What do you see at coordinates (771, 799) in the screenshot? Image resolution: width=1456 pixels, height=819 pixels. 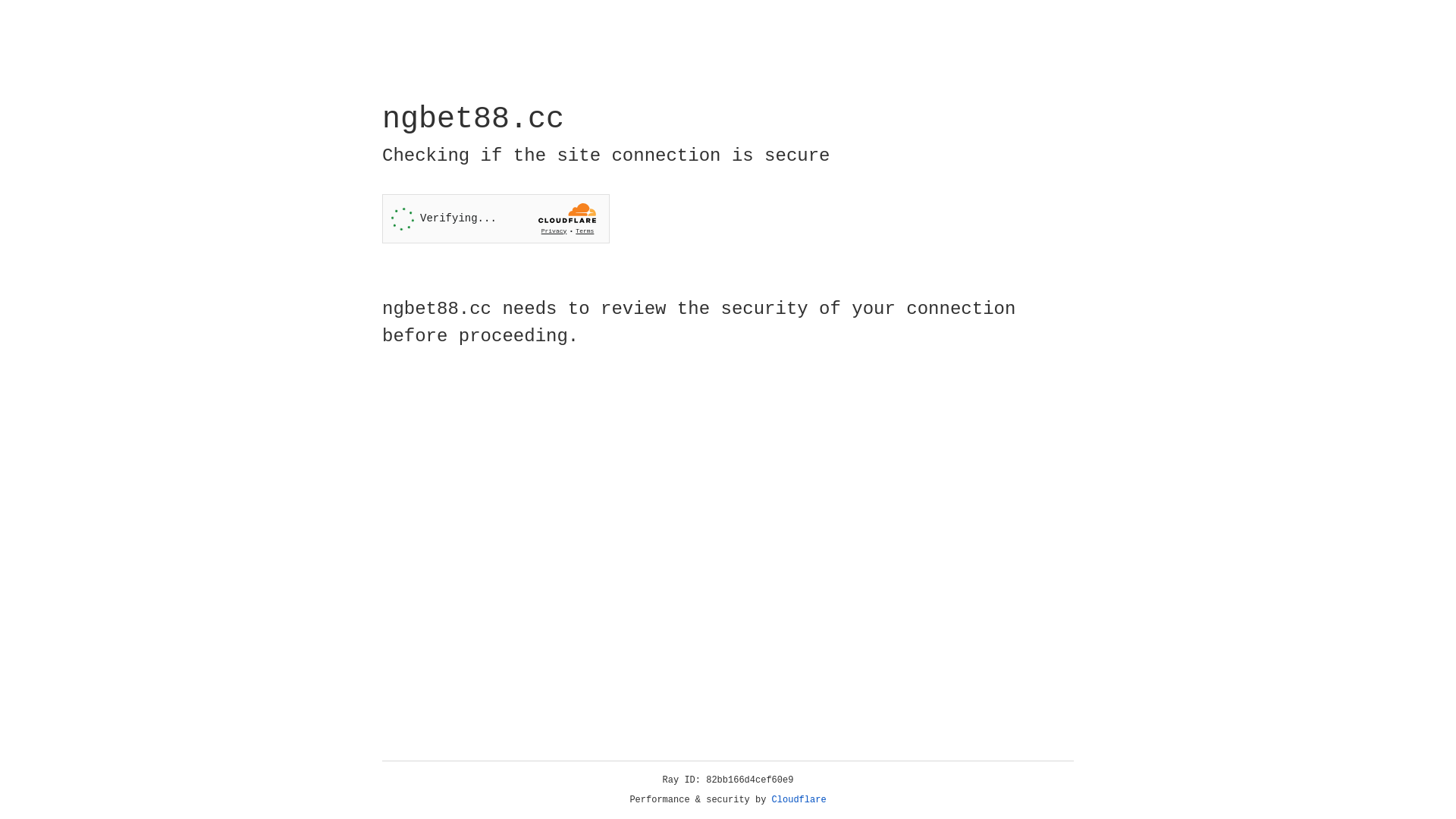 I see `'Cloudflare'` at bounding box center [771, 799].